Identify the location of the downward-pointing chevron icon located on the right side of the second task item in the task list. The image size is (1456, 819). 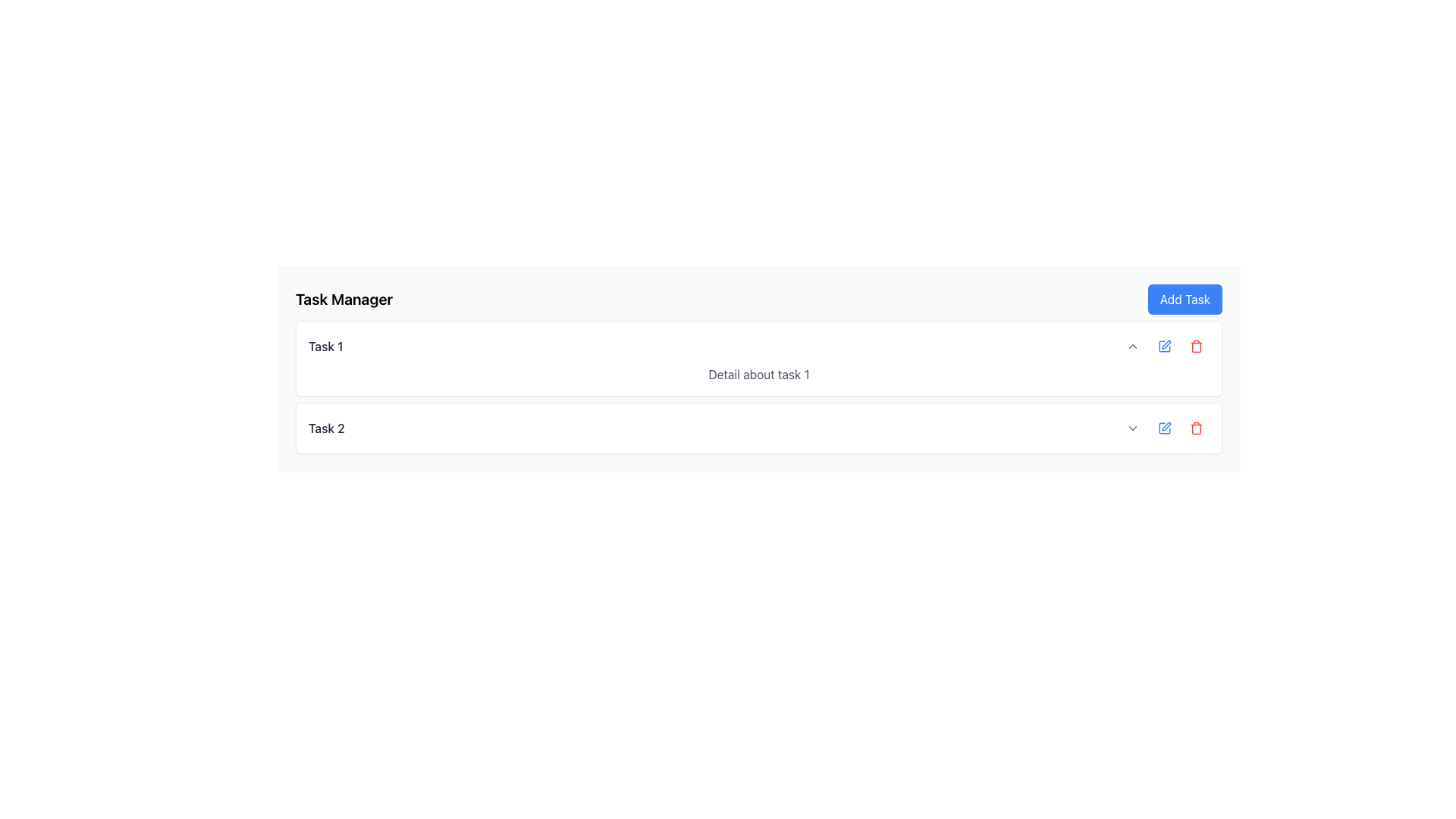
(1132, 428).